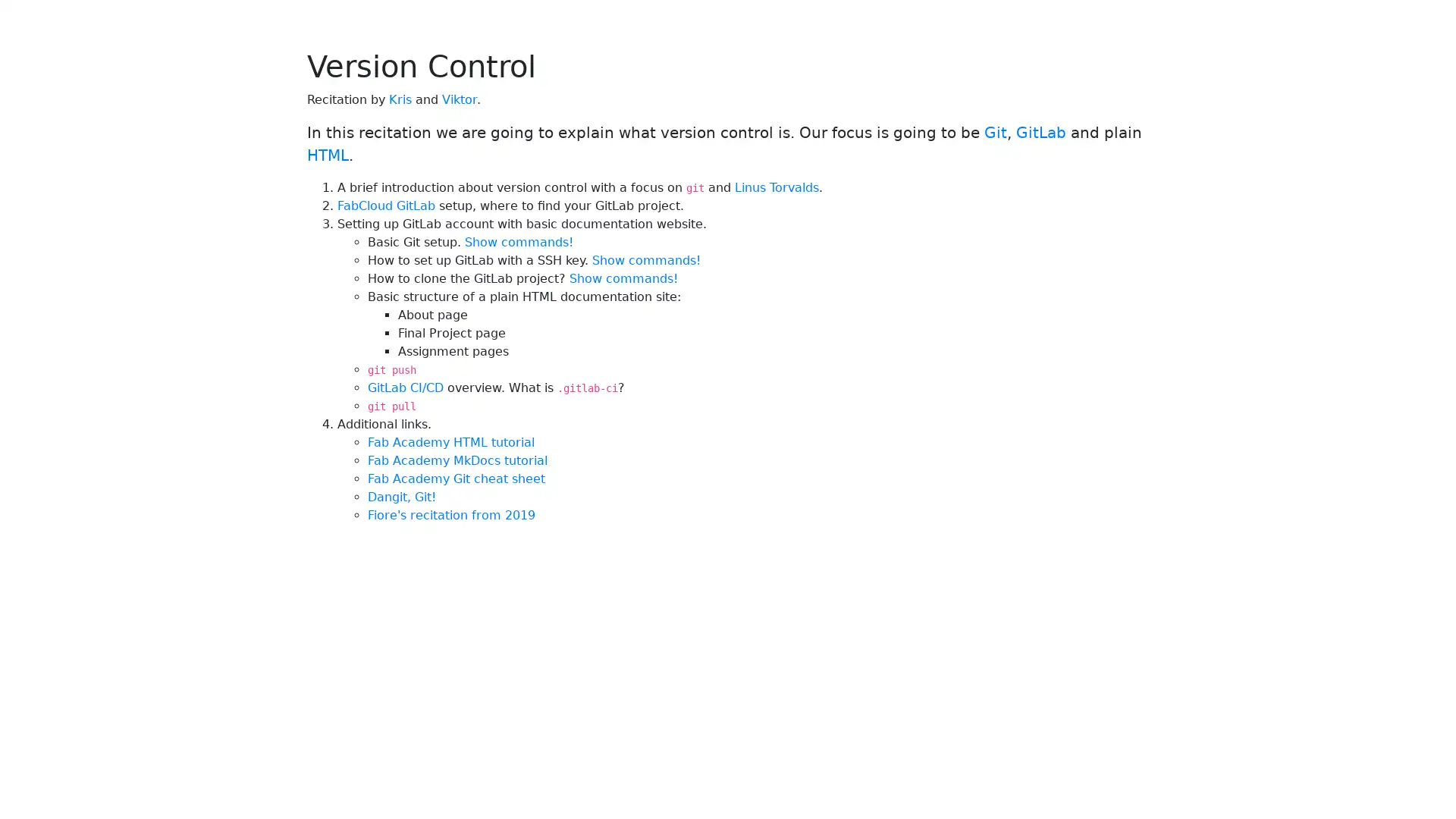 This screenshot has height=819, width=1456. What do you see at coordinates (623, 278) in the screenshot?
I see `Show commands!` at bounding box center [623, 278].